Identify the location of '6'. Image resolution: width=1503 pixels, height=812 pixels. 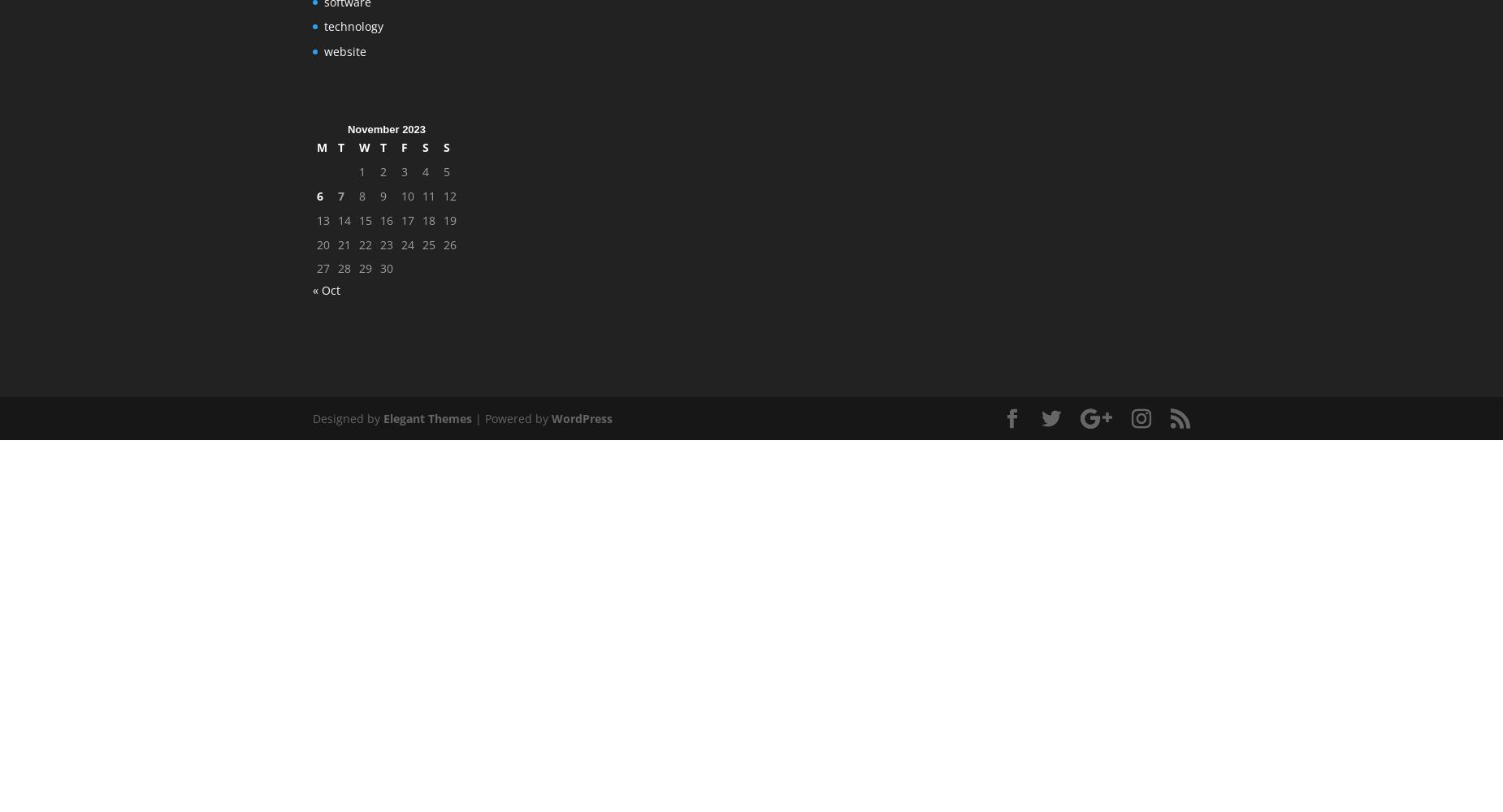
(319, 194).